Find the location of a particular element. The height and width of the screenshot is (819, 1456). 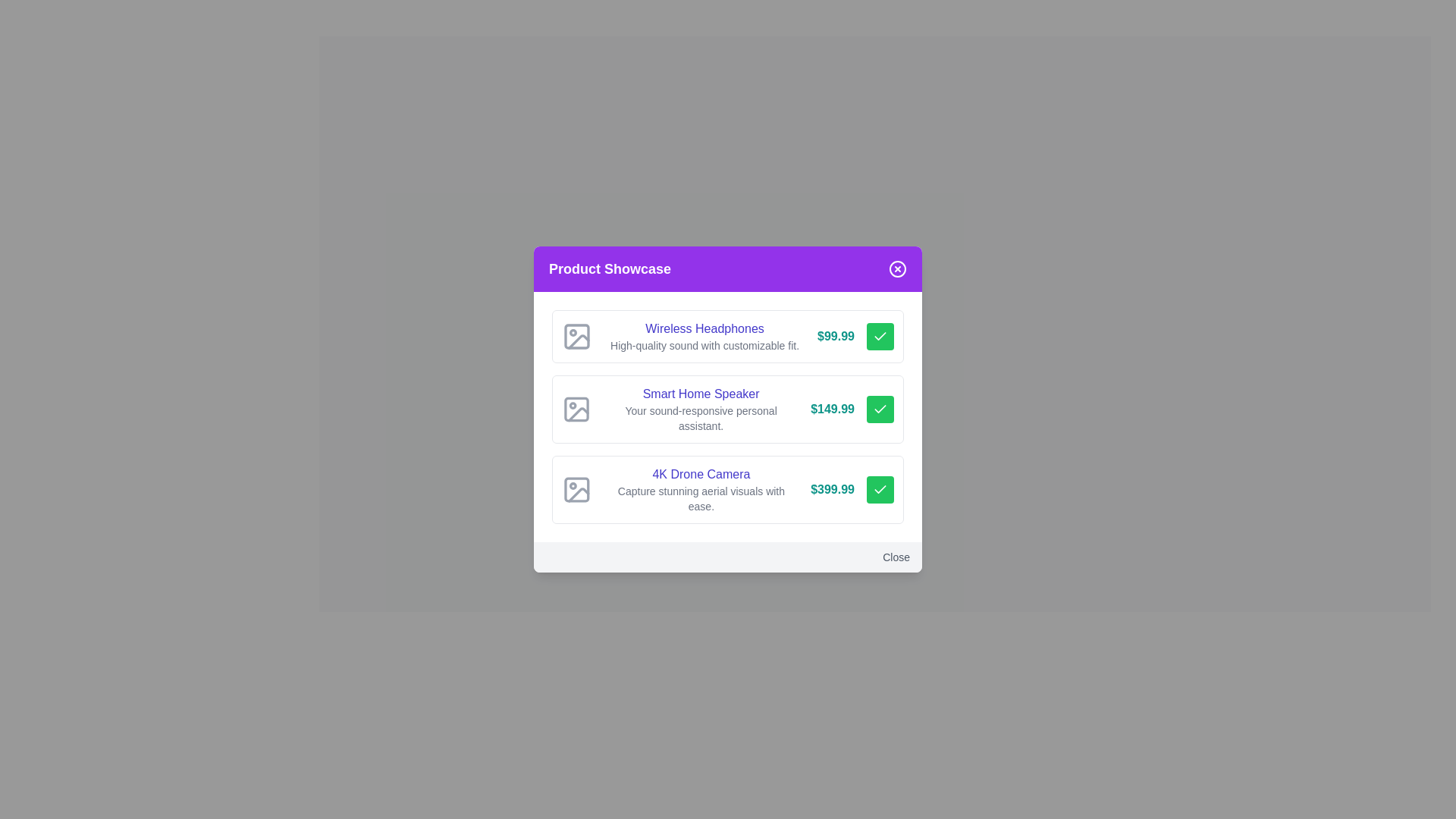

the check mark icon inside the confirmation button aligned to the right of the '4K Drone Camera' listing to confirm selection is located at coordinates (880, 488).